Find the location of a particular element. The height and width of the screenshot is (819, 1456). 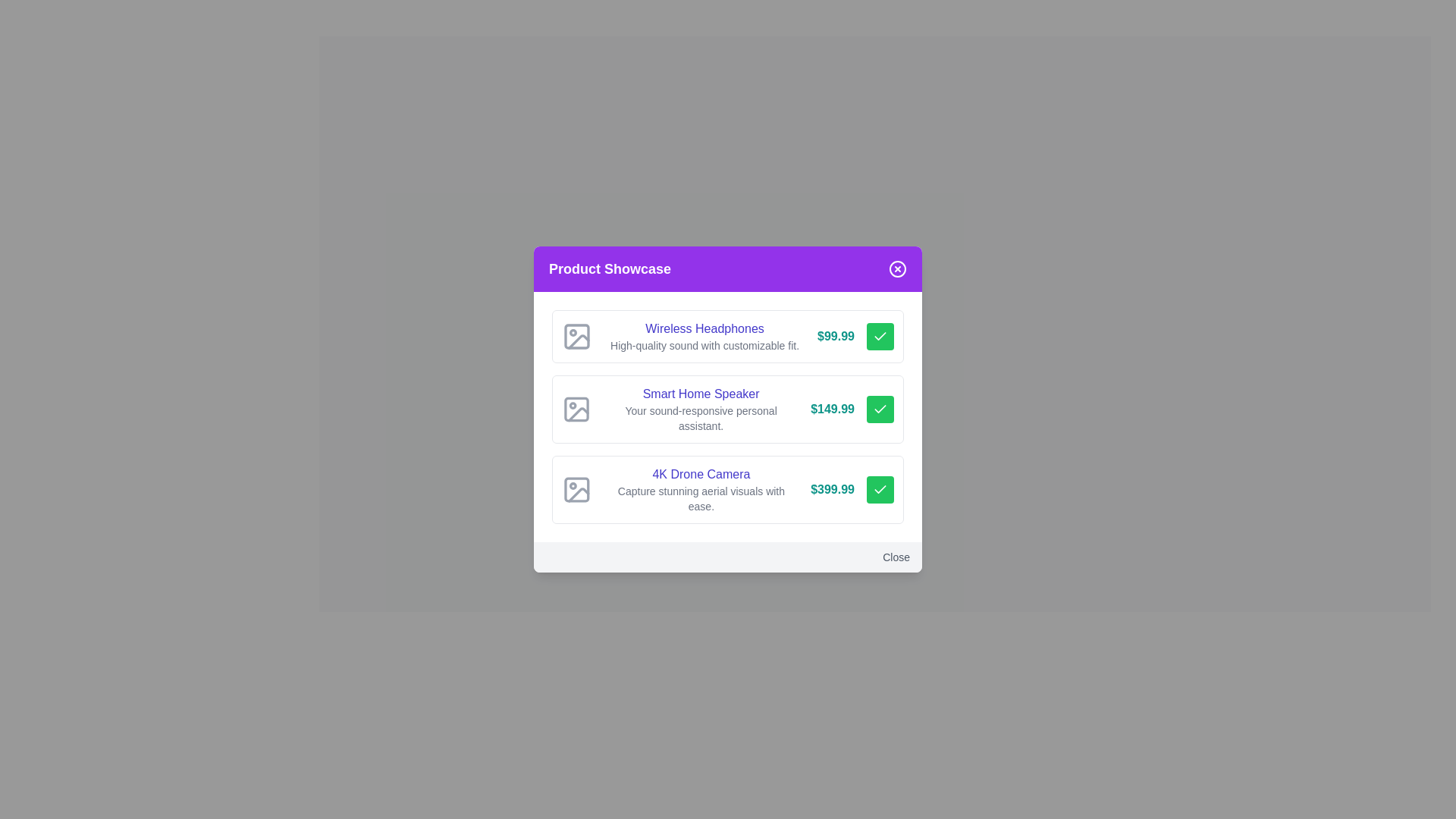

the check mark icon inside the confirmation button aligned to the right of the '4K Drone Camera' listing to confirm selection is located at coordinates (880, 488).